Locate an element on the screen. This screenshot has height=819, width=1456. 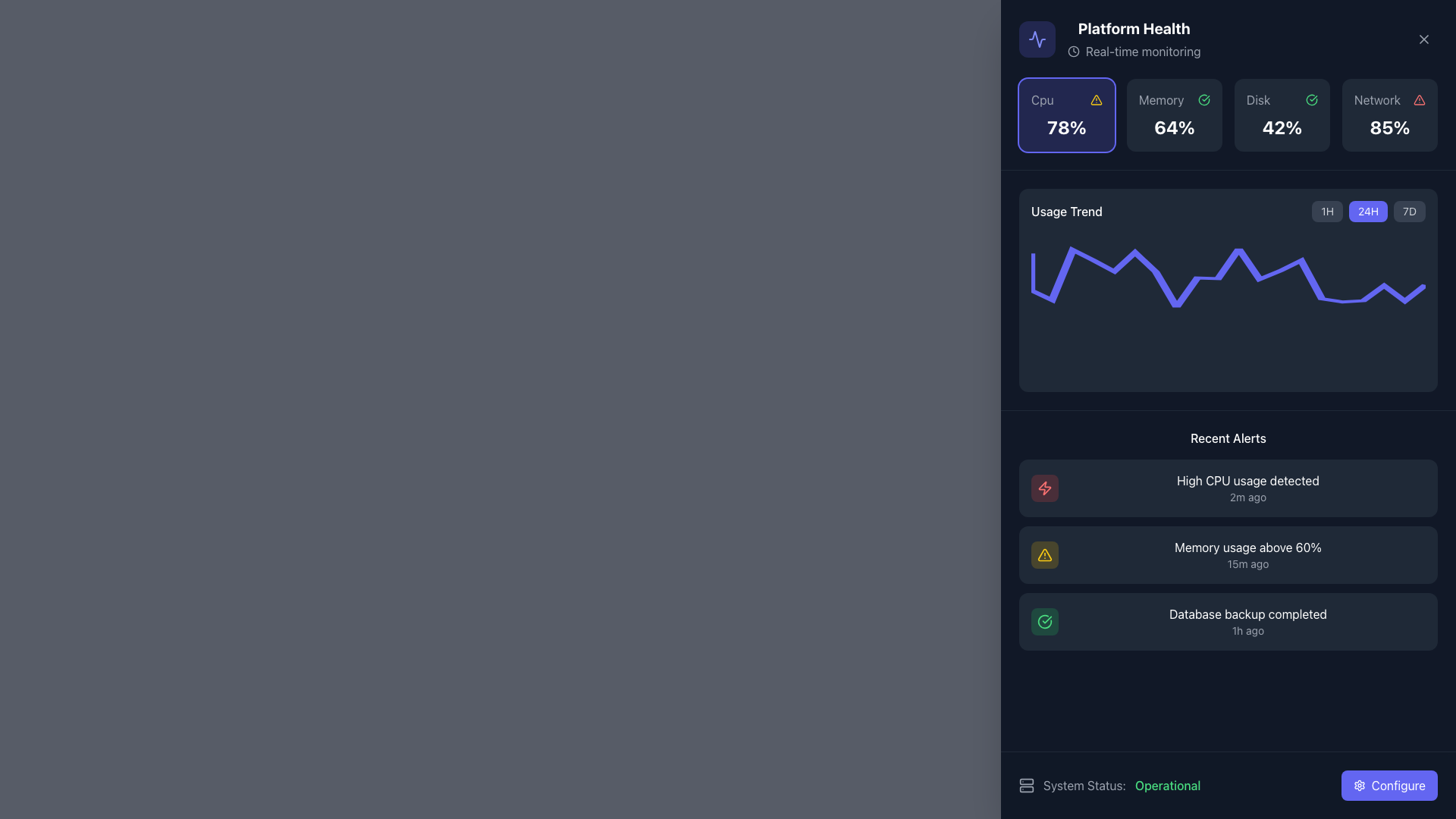
the Static text heading in the Recent Alerts section, which serves as the title for the alert cards located in the lower-right part of the interface is located at coordinates (1228, 438).